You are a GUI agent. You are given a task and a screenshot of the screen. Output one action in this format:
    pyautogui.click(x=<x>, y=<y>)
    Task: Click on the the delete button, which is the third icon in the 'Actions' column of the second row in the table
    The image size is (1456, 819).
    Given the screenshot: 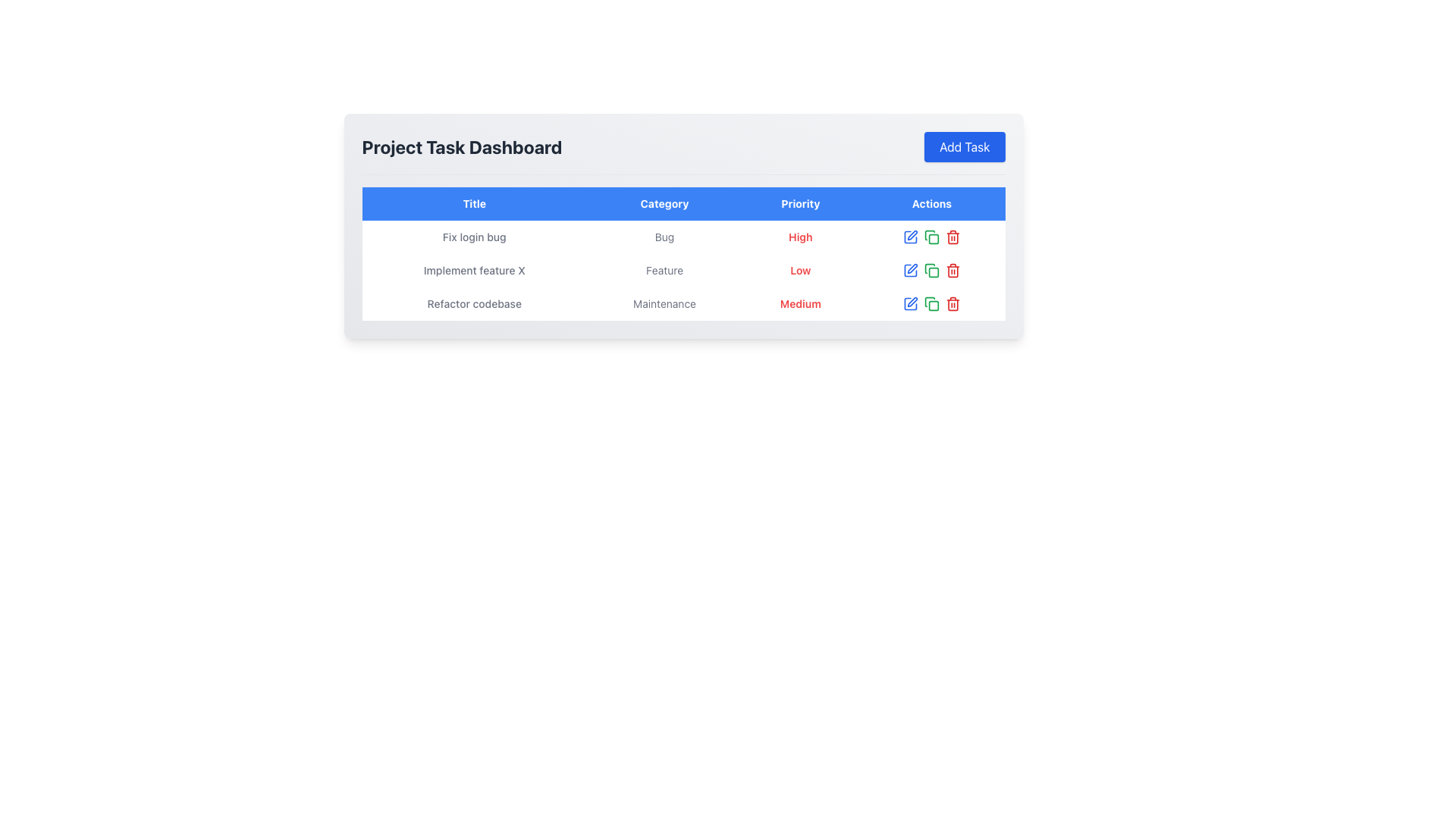 What is the action you would take?
    pyautogui.click(x=952, y=270)
    